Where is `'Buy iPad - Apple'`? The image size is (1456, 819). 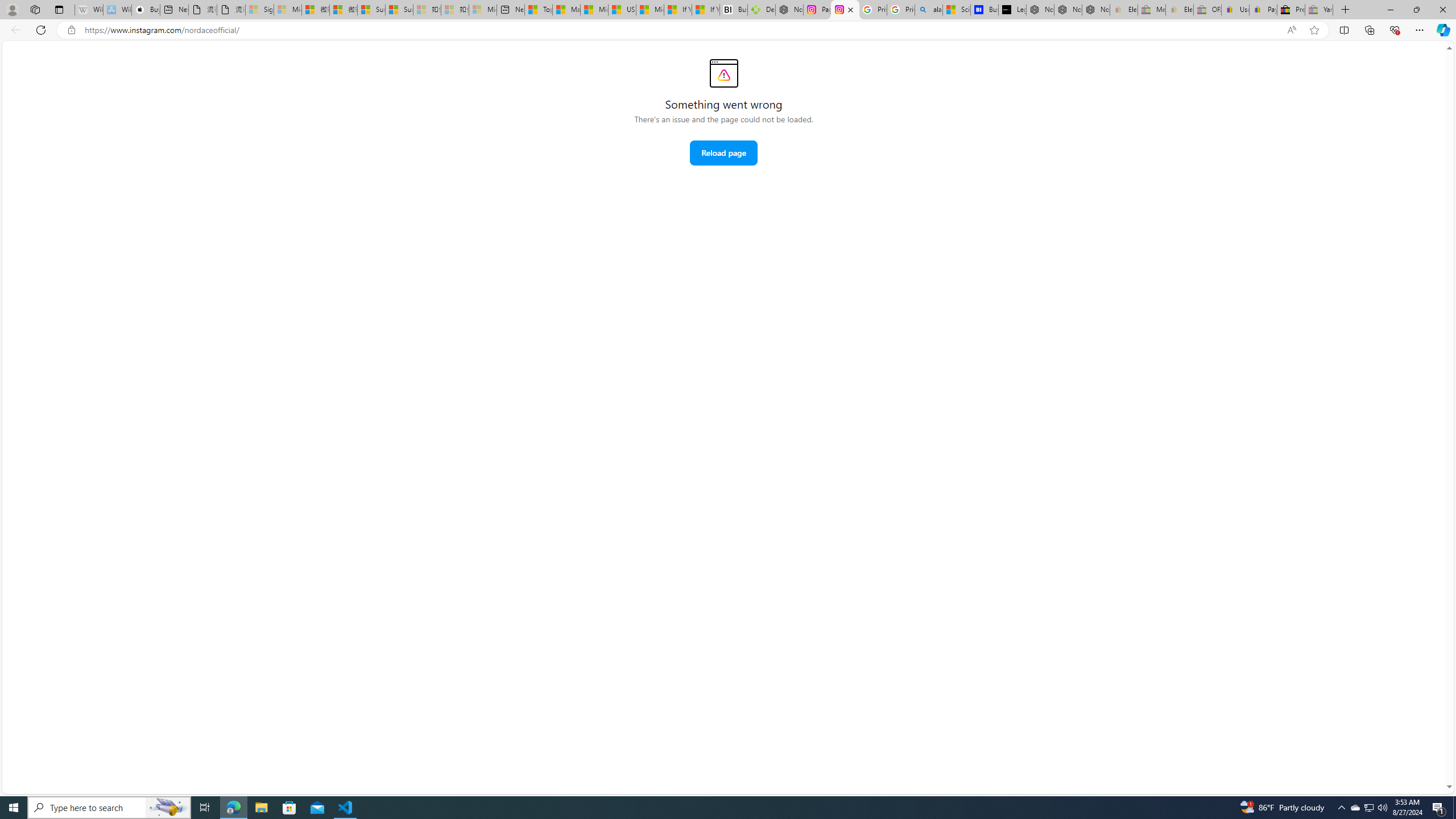
'Buy iPad - Apple' is located at coordinates (146, 9).